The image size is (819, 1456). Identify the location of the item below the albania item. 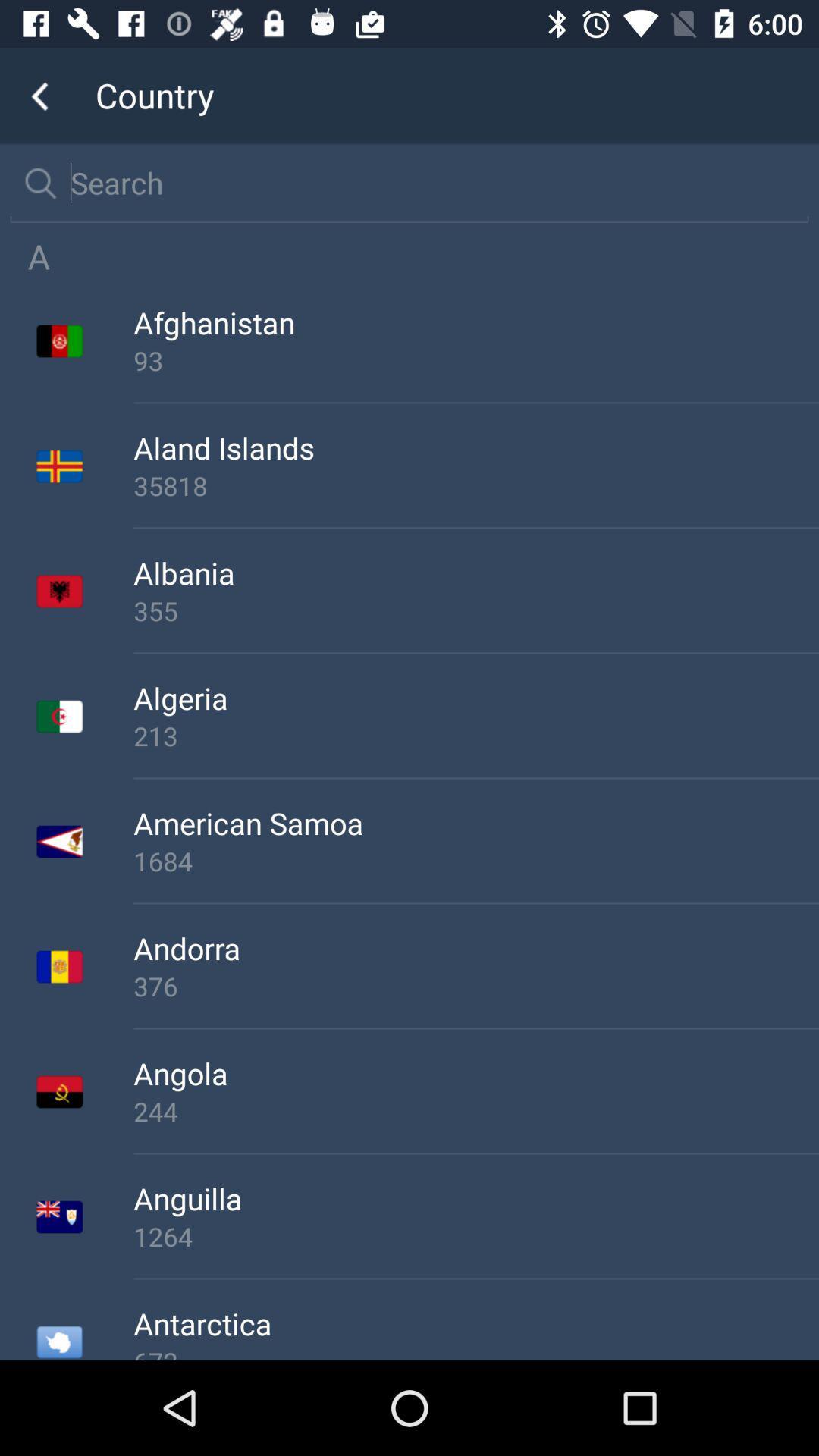
(475, 610).